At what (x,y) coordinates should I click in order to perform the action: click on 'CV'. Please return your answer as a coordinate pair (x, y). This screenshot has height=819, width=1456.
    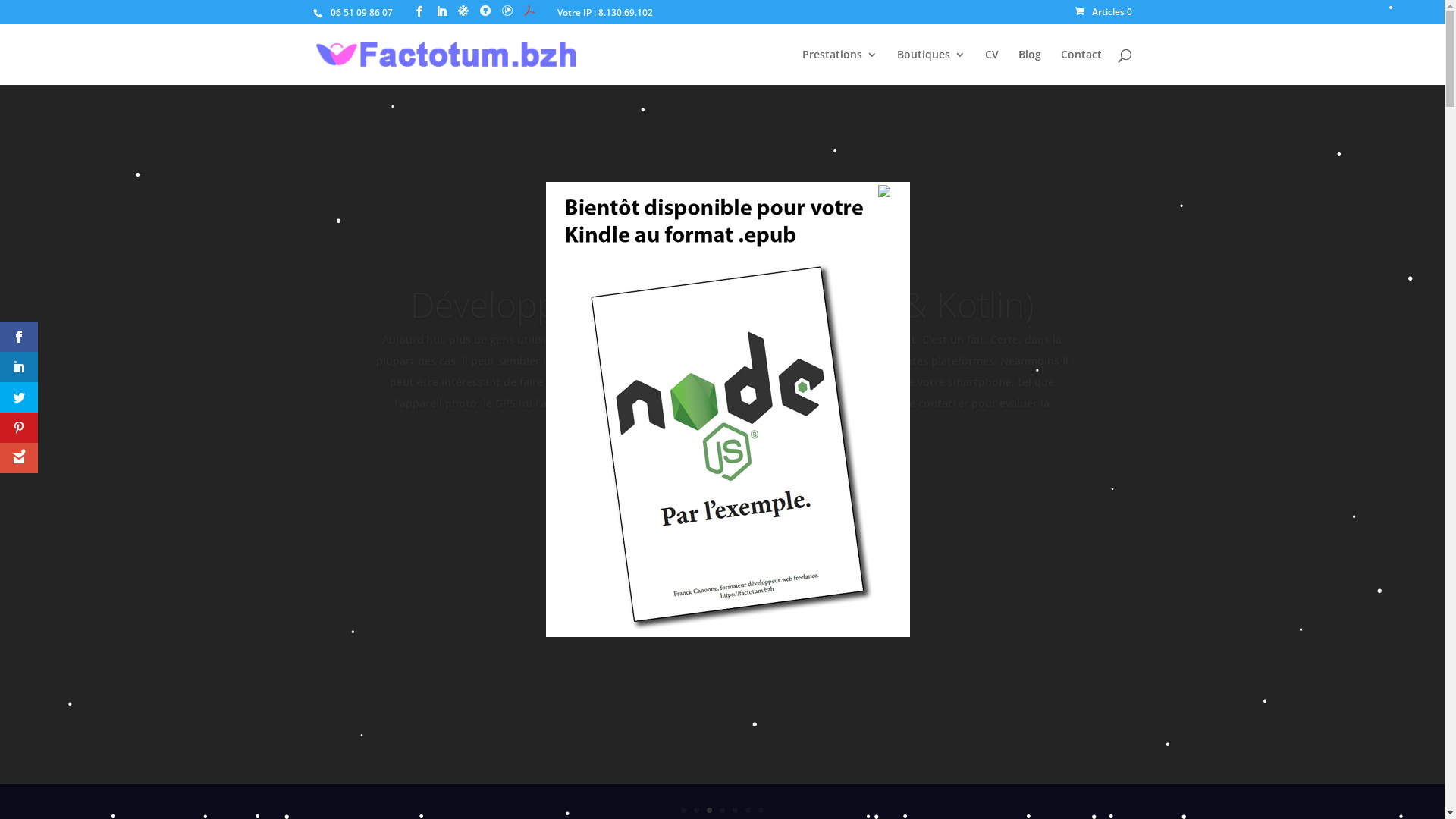
    Looking at the image, I should click on (990, 66).